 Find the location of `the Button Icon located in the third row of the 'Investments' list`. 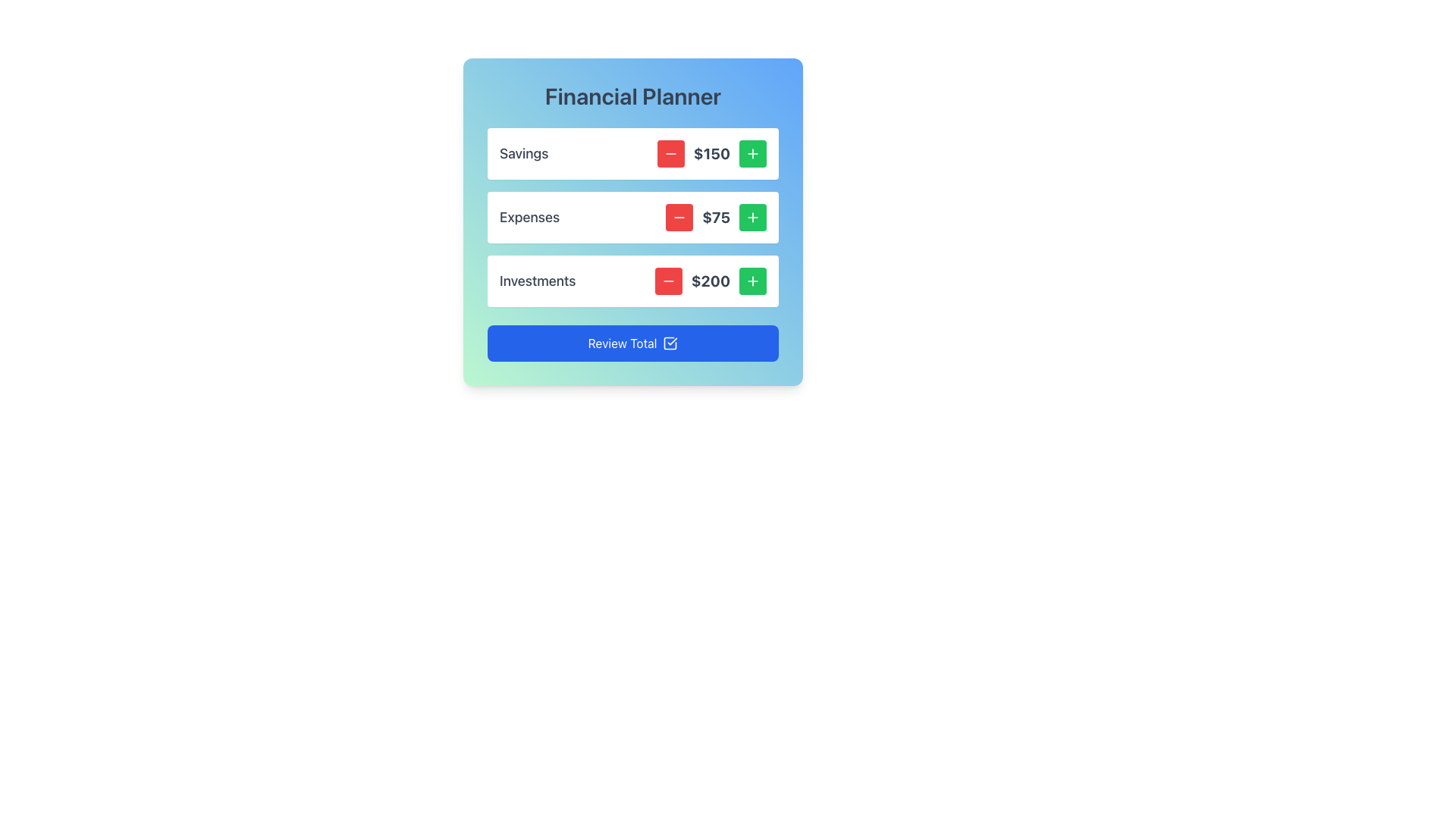

the Button Icon located in the third row of the 'Investments' list is located at coordinates (667, 281).